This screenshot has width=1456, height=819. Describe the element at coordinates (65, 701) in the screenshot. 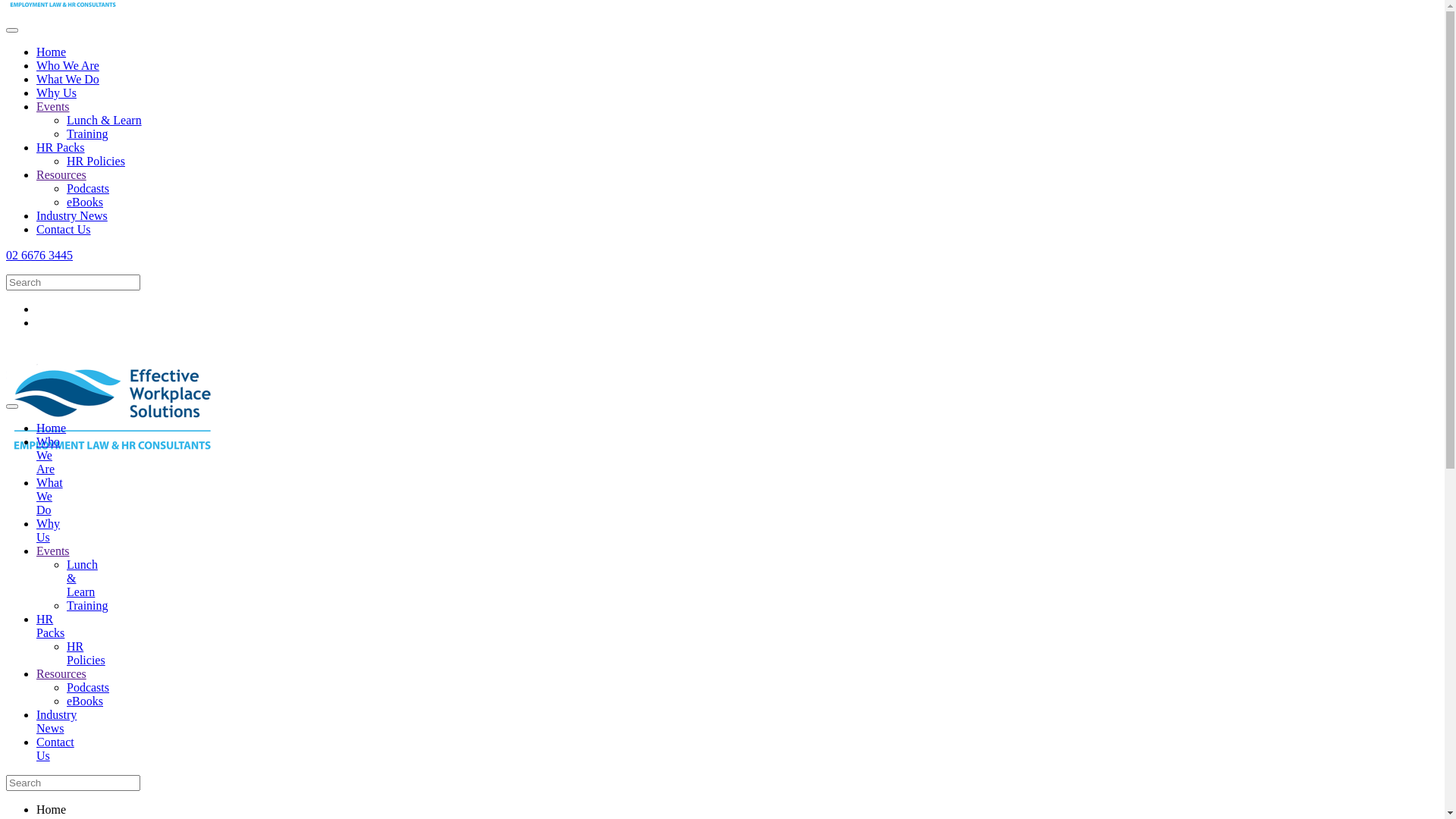

I see `'eBooks'` at that location.